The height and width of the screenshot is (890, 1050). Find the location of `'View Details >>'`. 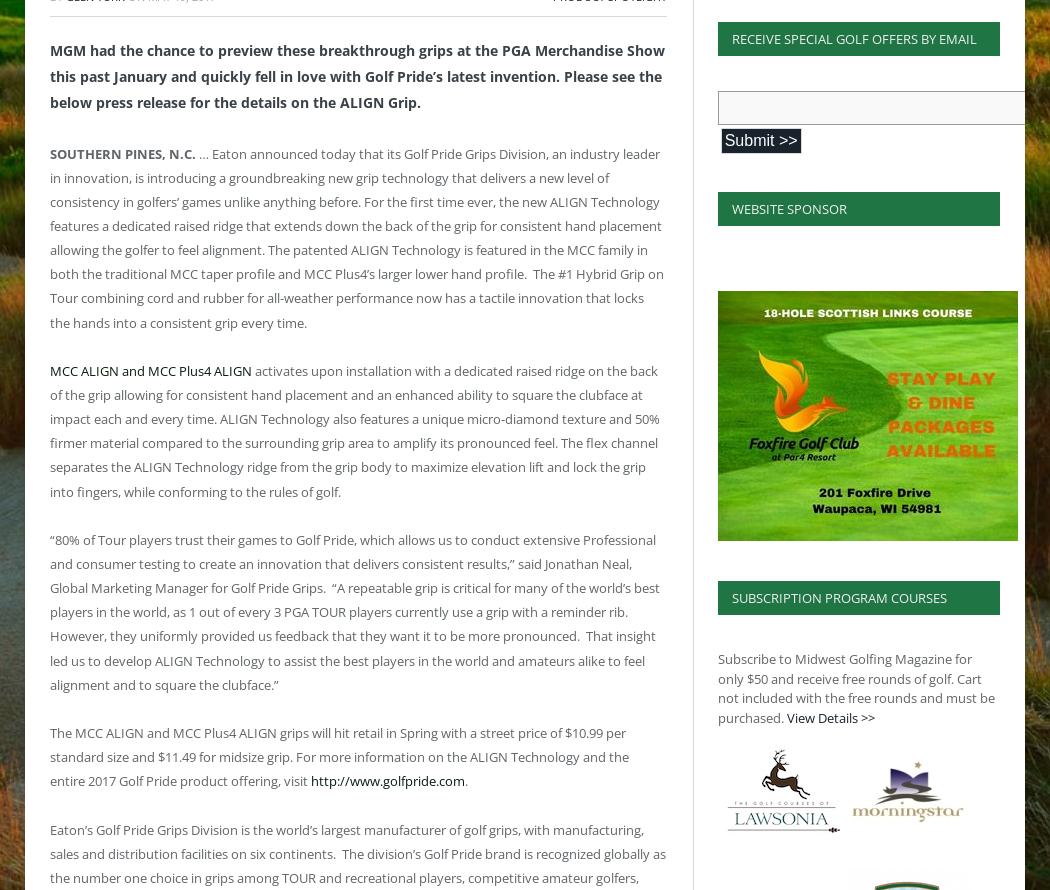

'View Details >>' is located at coordinates (830, 715).